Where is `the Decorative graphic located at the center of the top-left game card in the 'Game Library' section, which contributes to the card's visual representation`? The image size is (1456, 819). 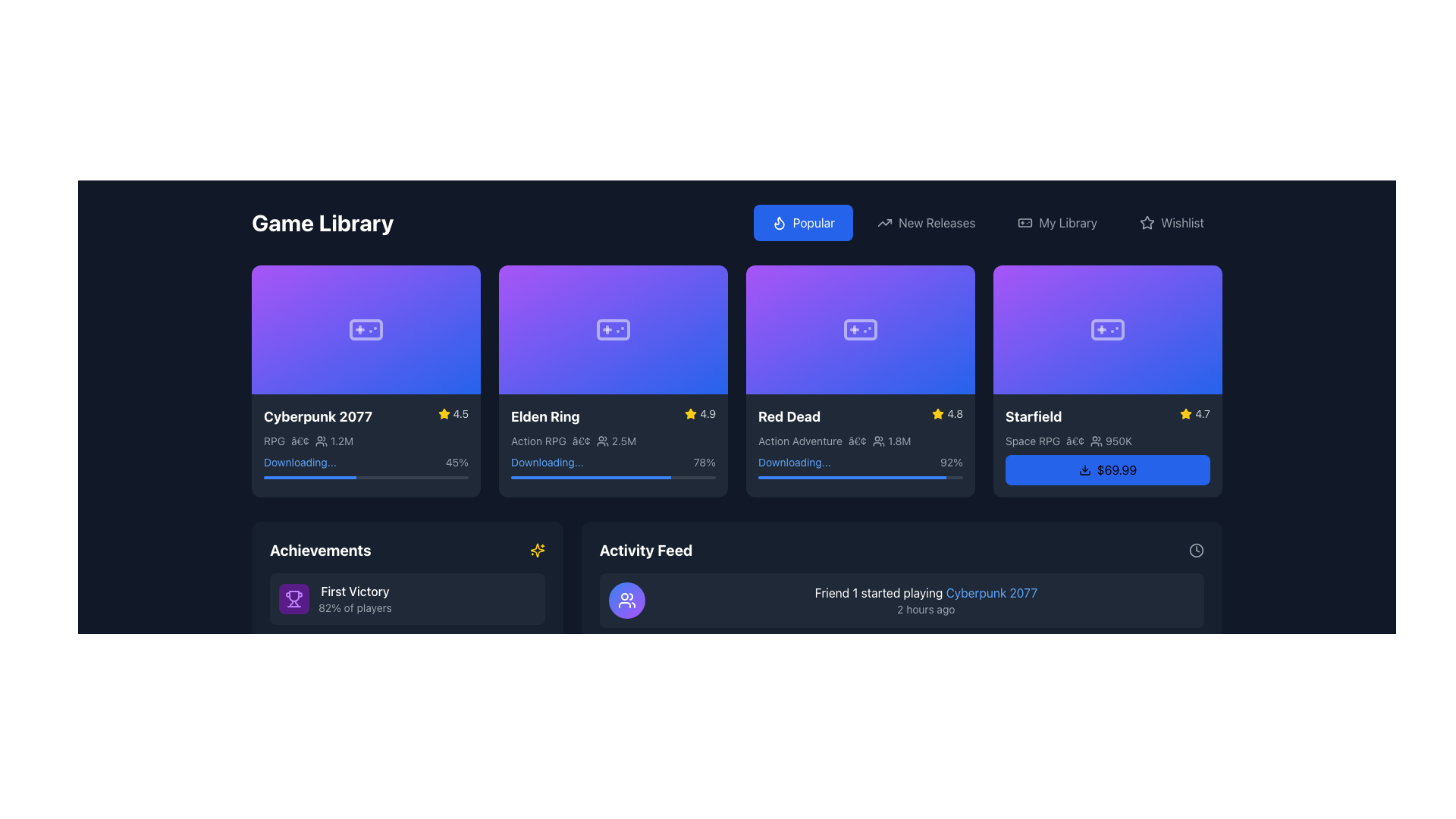
the Decorative graphic located at the center of the top-left game card in the 'Game Library' section, which contributes to the card's visual representation is located at coordinates (366, 328).